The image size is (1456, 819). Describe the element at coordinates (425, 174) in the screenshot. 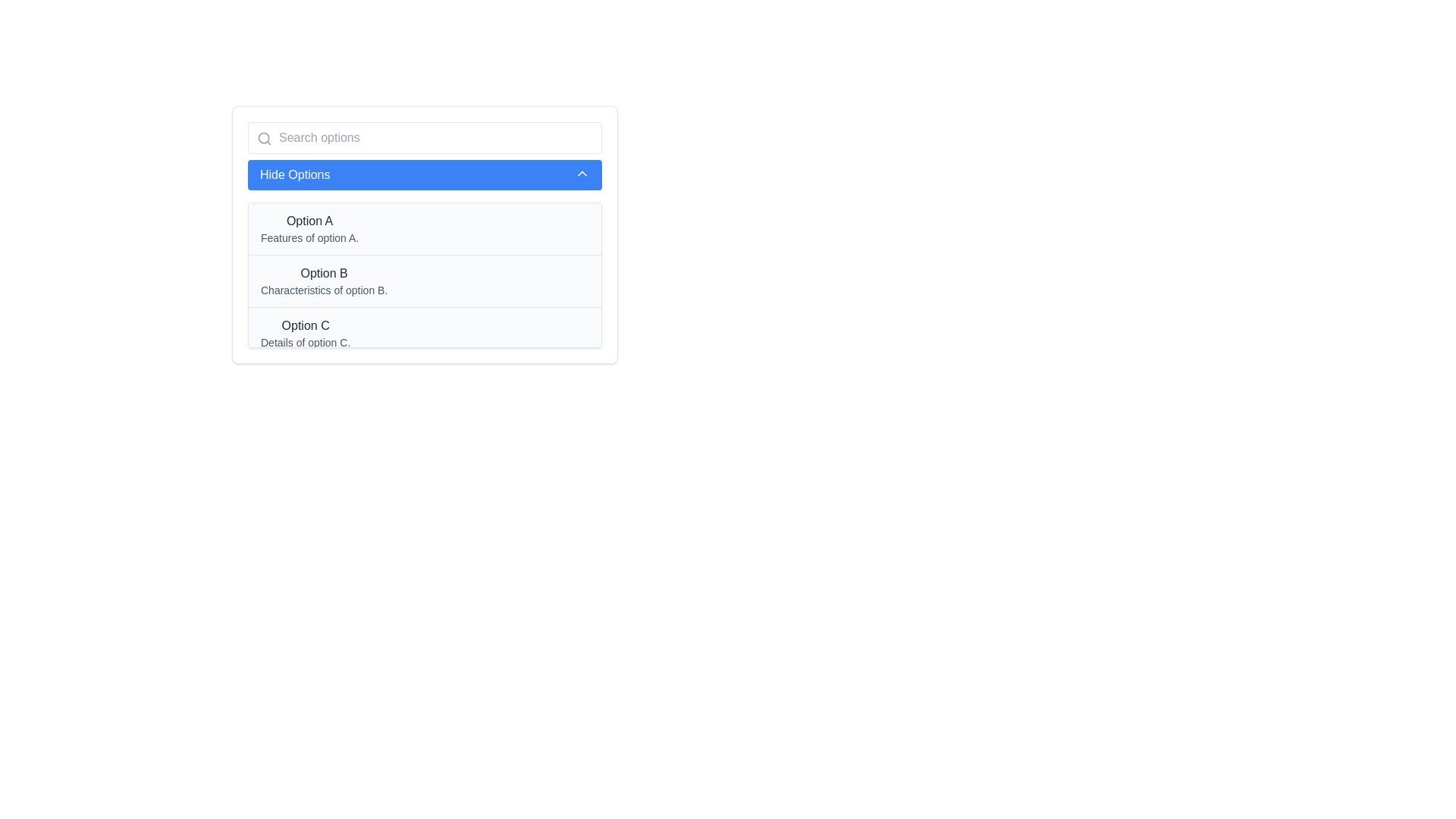

I see `the central collapse button located below the search bar to hide the currently displayed options` at that location.